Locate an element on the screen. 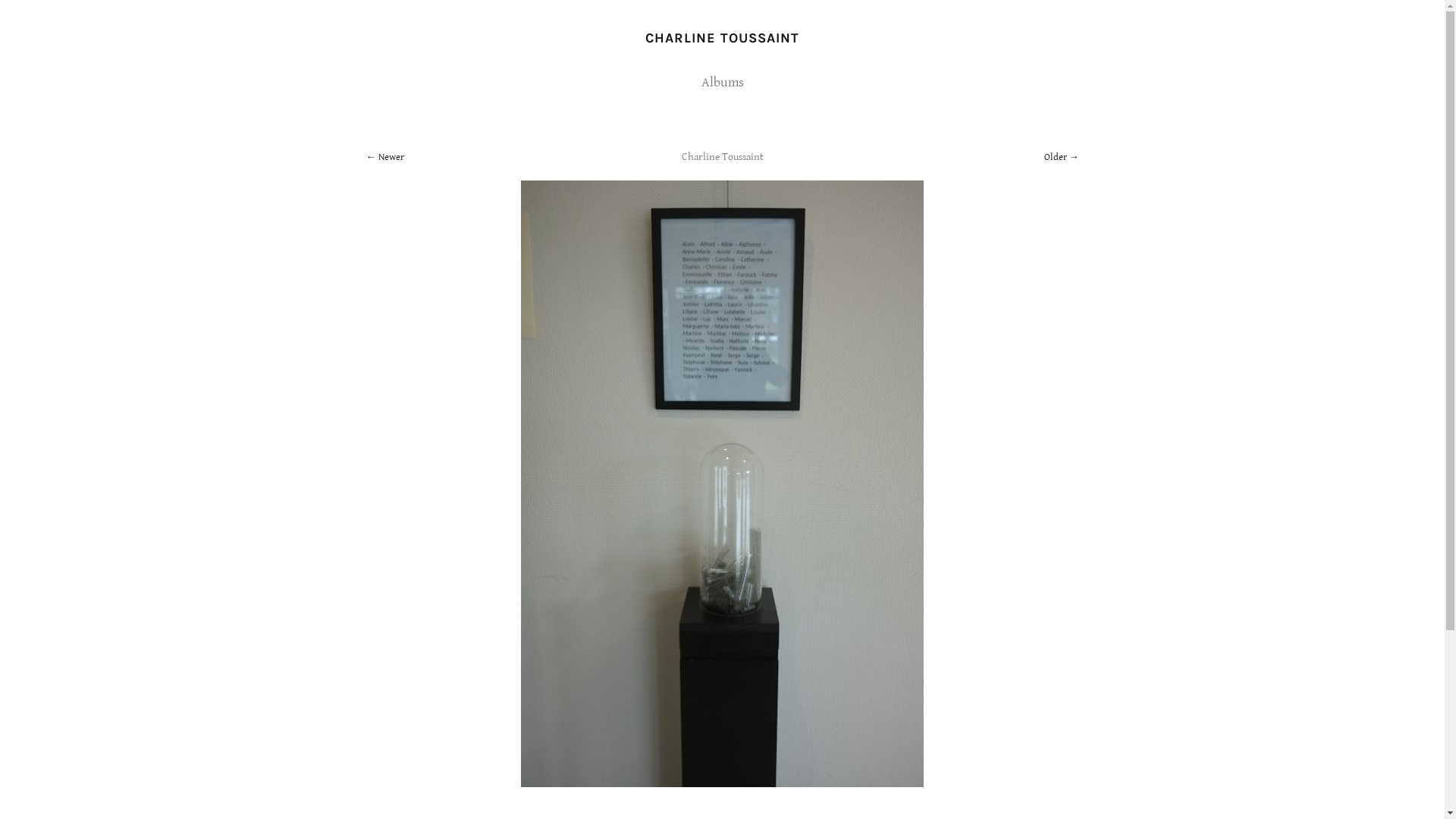 This screenshot has height=819, width=1456. 'Newer' is located at coordinates (365, 157).